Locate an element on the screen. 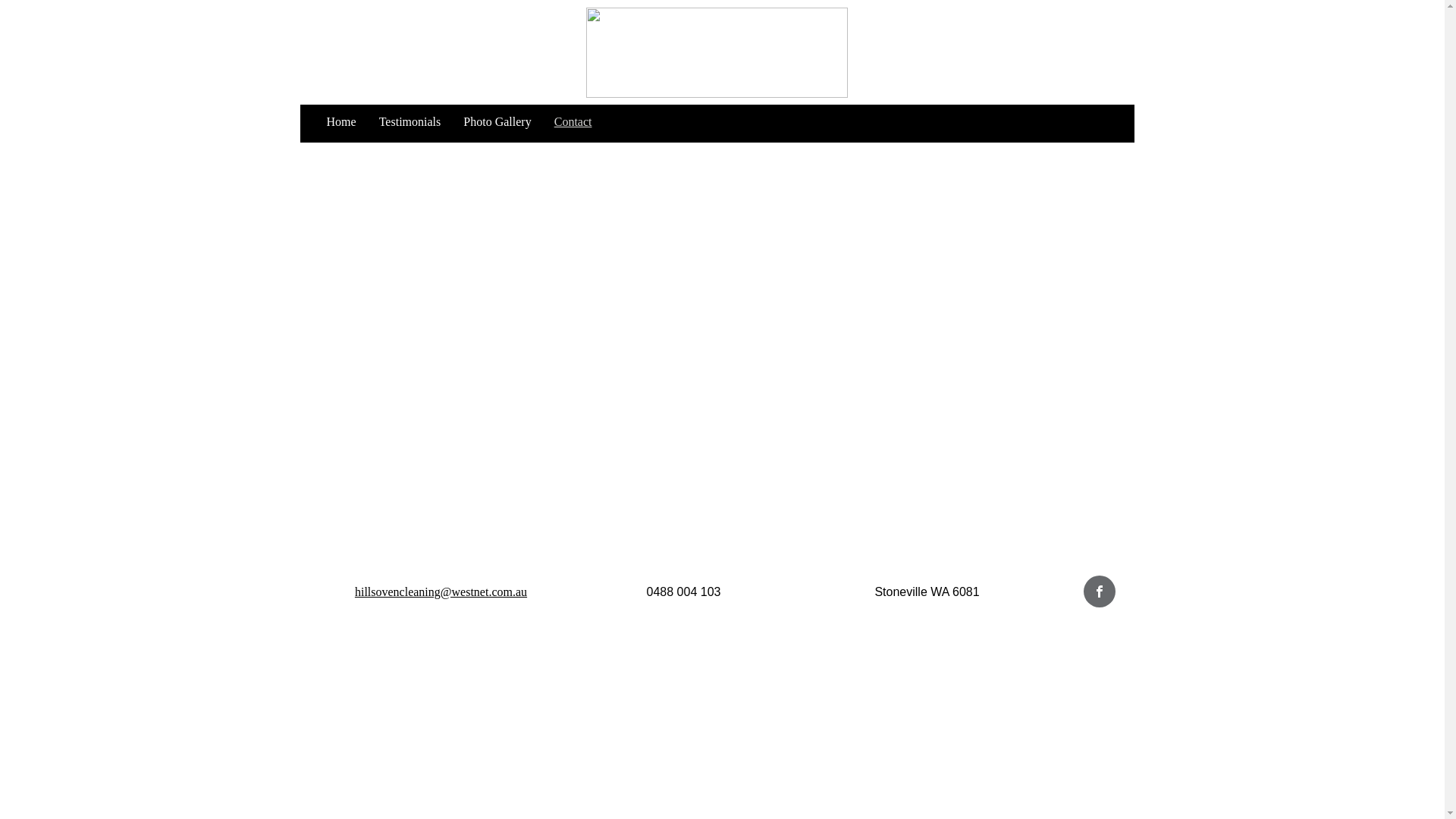 The image size is (1456, 819). 'Contact' is located at coordinates (573, 121).